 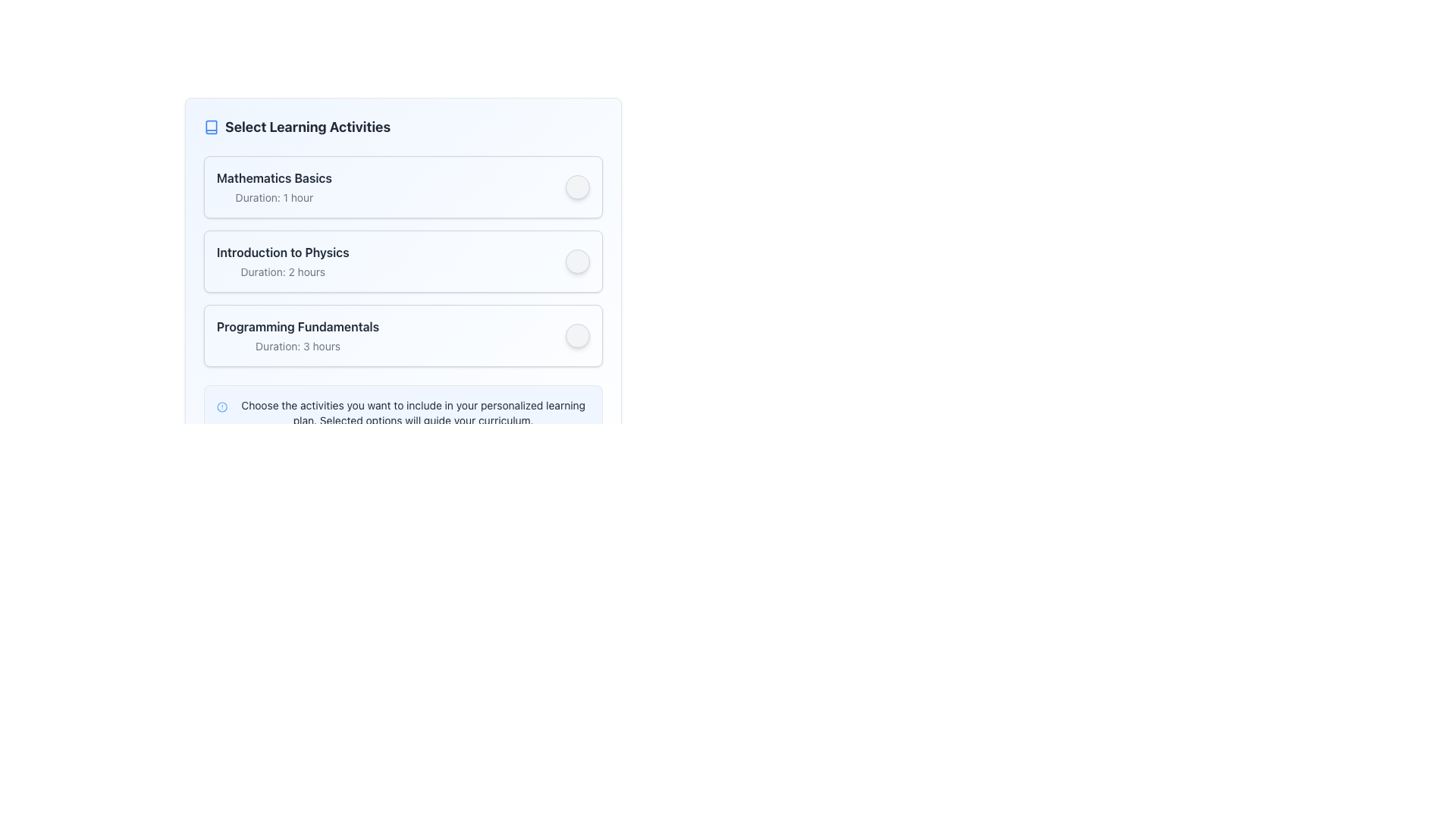 I want to click on informative content from the informational text block contained within a rounded border, light-blue background, positioned below the selectable cards, so click(x=413, y=413).